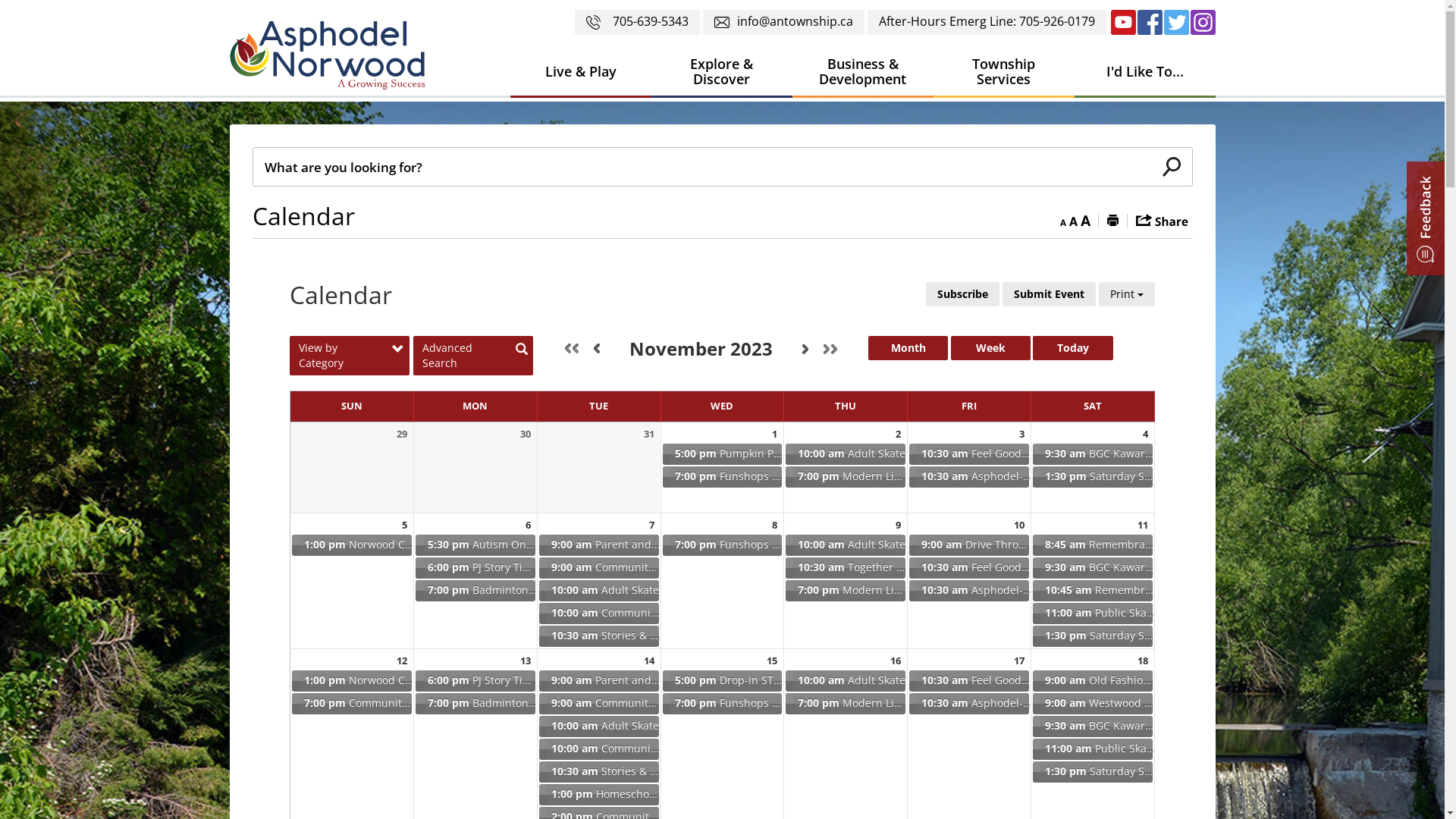  What do you see at coordinates (931, 72) in the screenshot?
I see `'Township Services'` at bounding box center [931, 72].